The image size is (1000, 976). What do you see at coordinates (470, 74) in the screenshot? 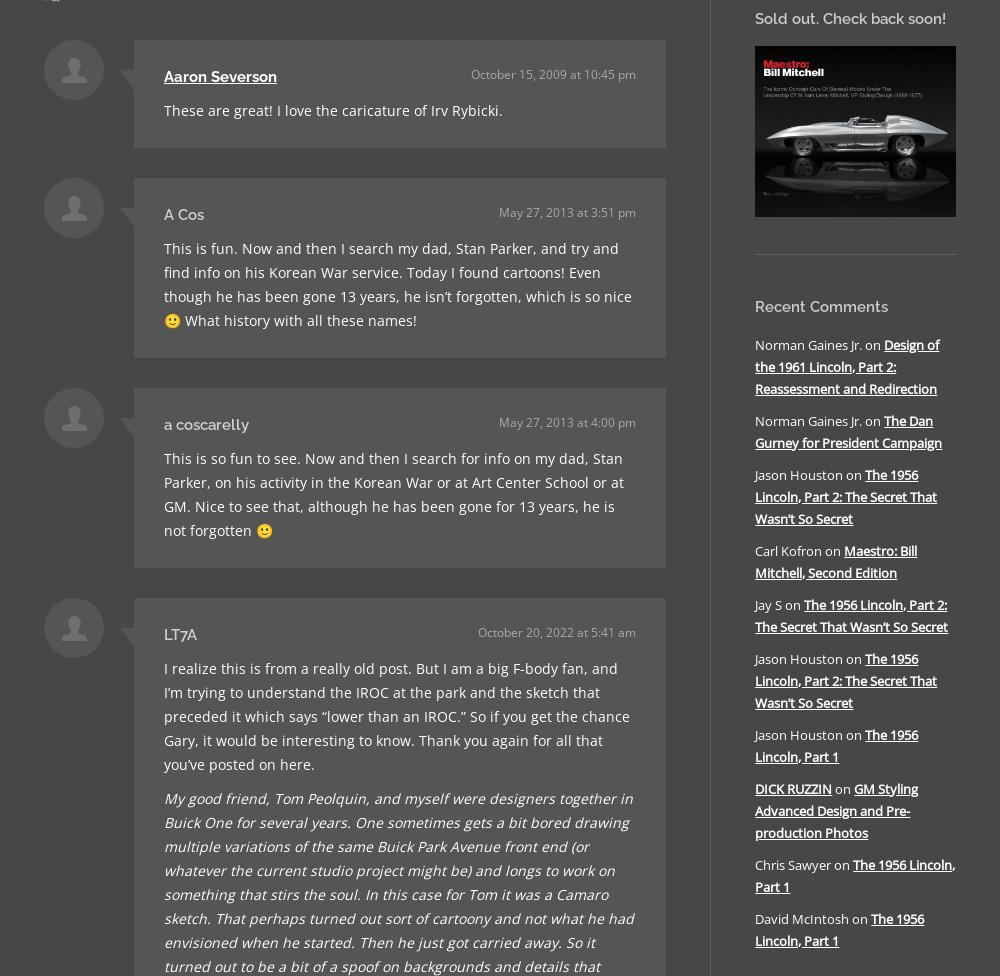
I see `'October 15, 2009 at 10:45 pm'` at bounding box center [470, 74].